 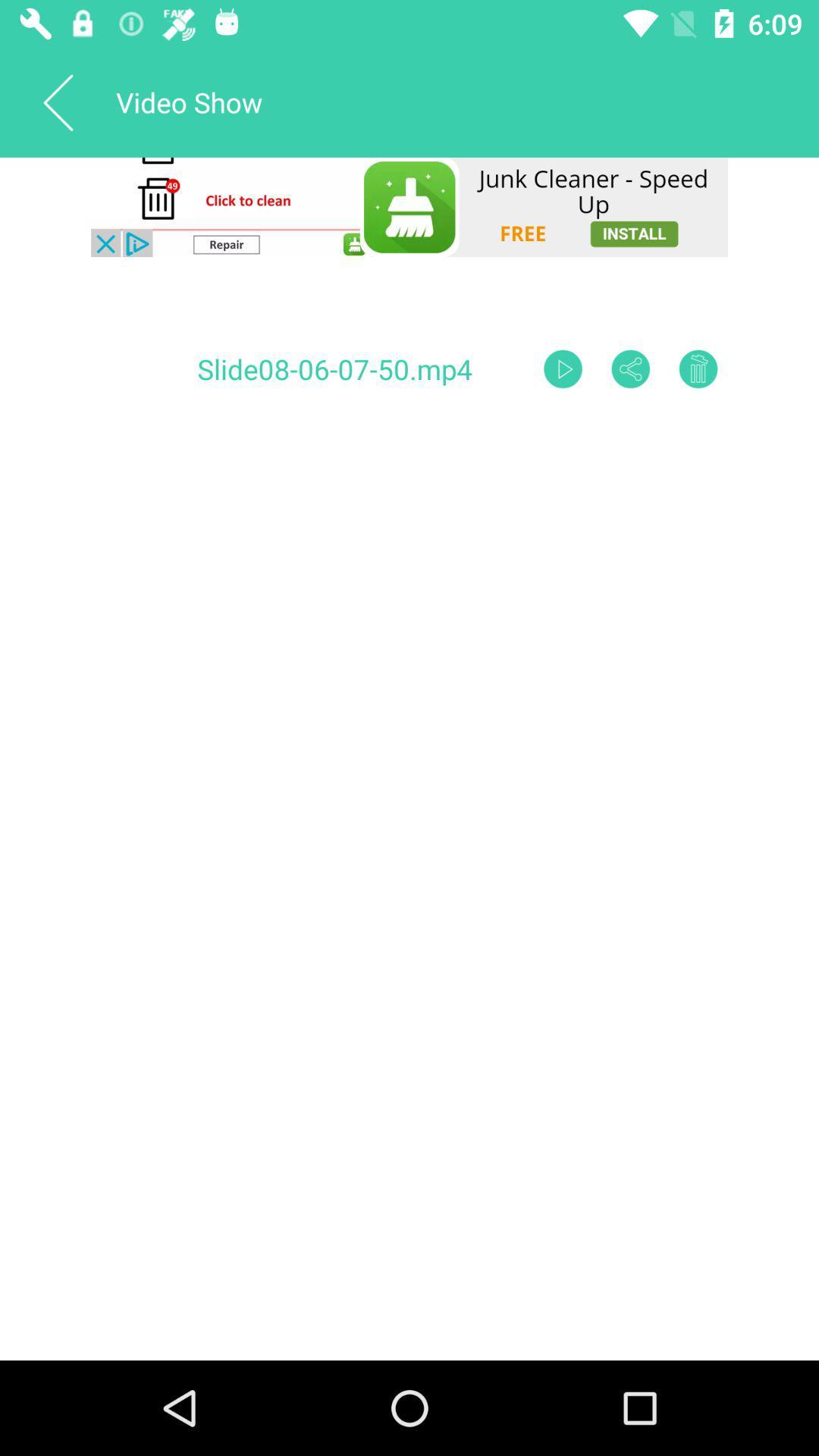 I want to click on advance screen, so click(x=563, y=369).